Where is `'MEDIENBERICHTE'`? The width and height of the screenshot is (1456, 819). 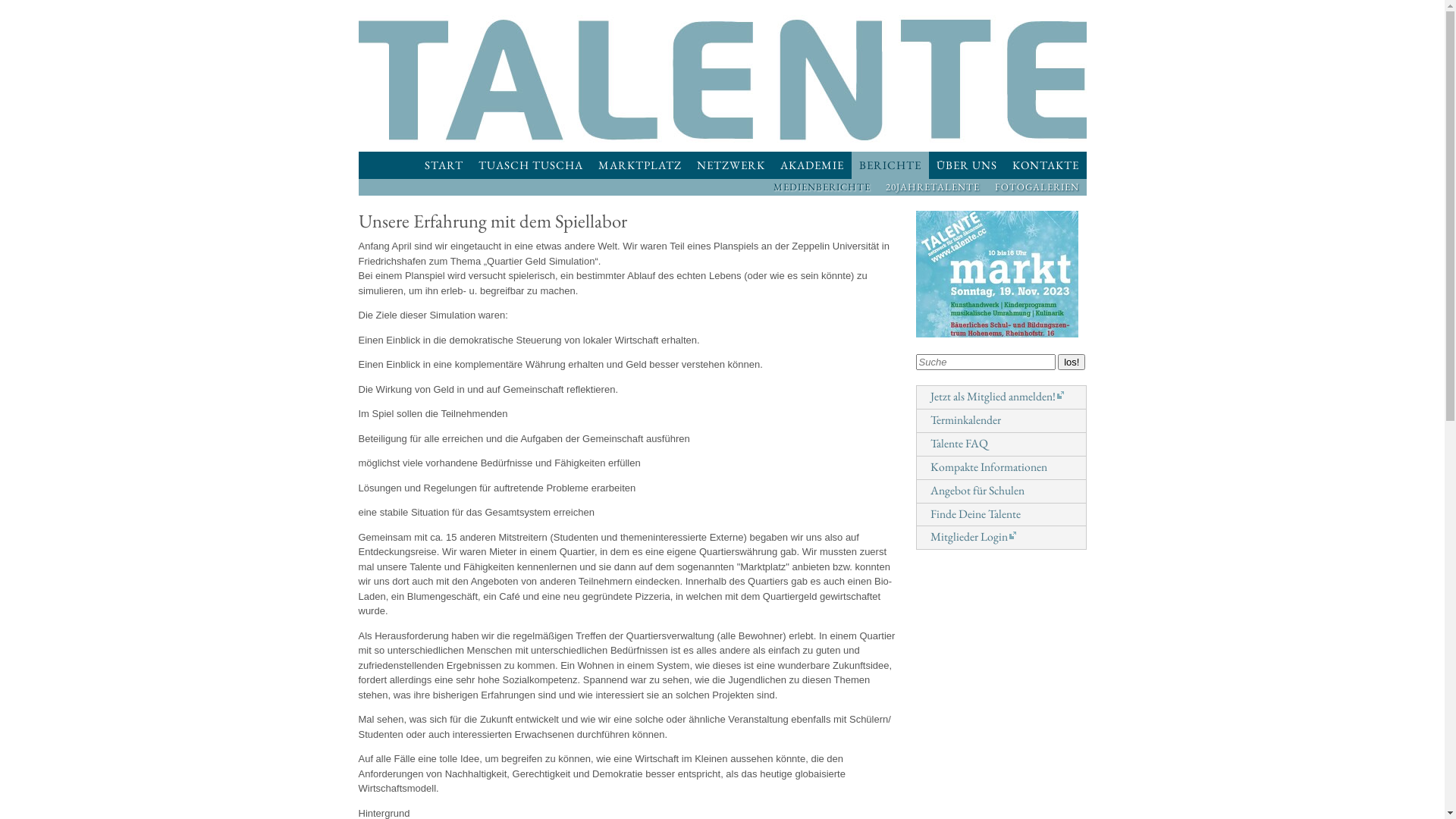 'MEDIENBERICHTE' is located at coordinates (821, 186).